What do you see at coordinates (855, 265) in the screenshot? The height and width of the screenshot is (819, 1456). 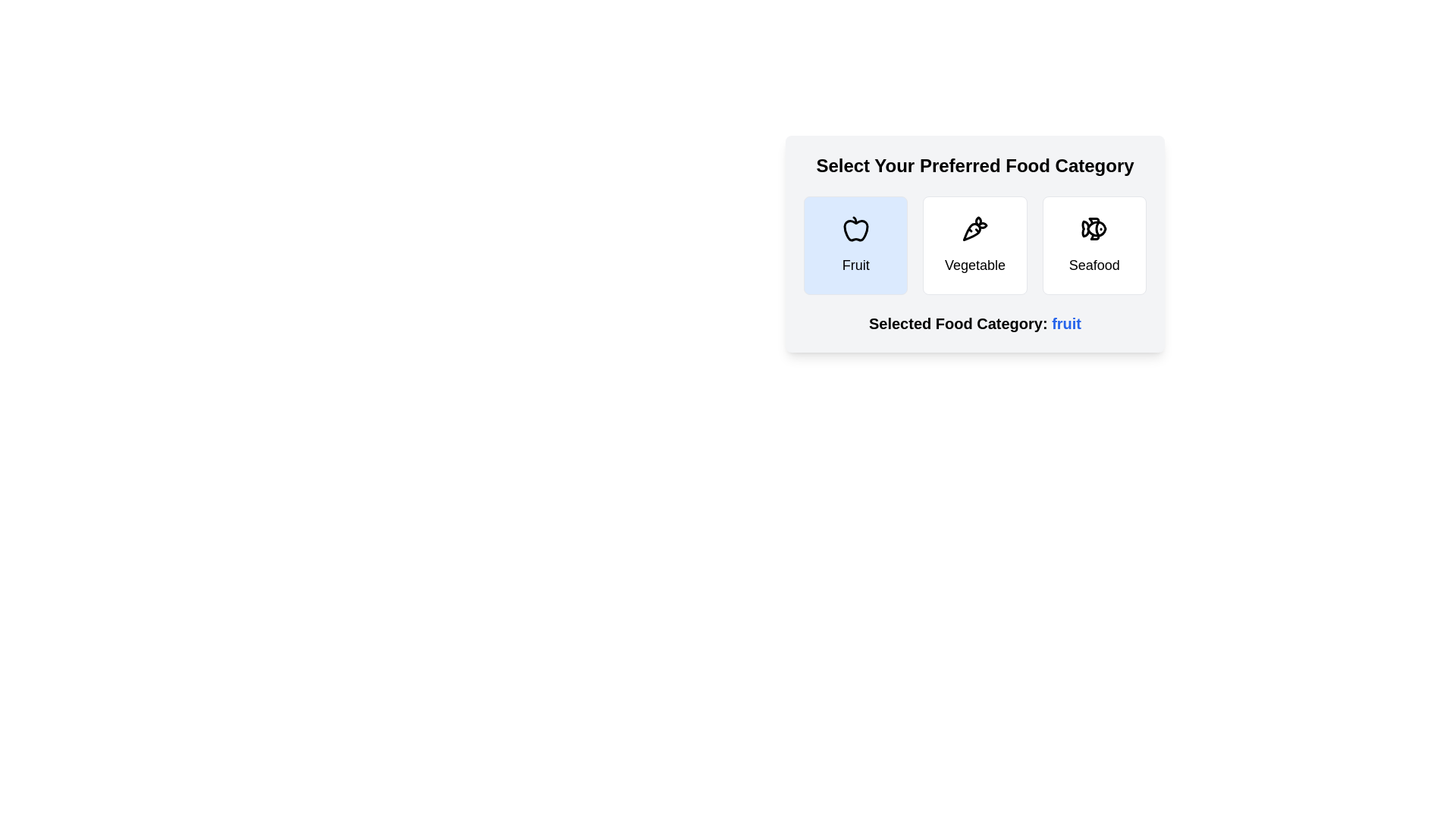 I see `the text label indicating the fruit category selection for the apple icon` at bounding box center [855, 265].